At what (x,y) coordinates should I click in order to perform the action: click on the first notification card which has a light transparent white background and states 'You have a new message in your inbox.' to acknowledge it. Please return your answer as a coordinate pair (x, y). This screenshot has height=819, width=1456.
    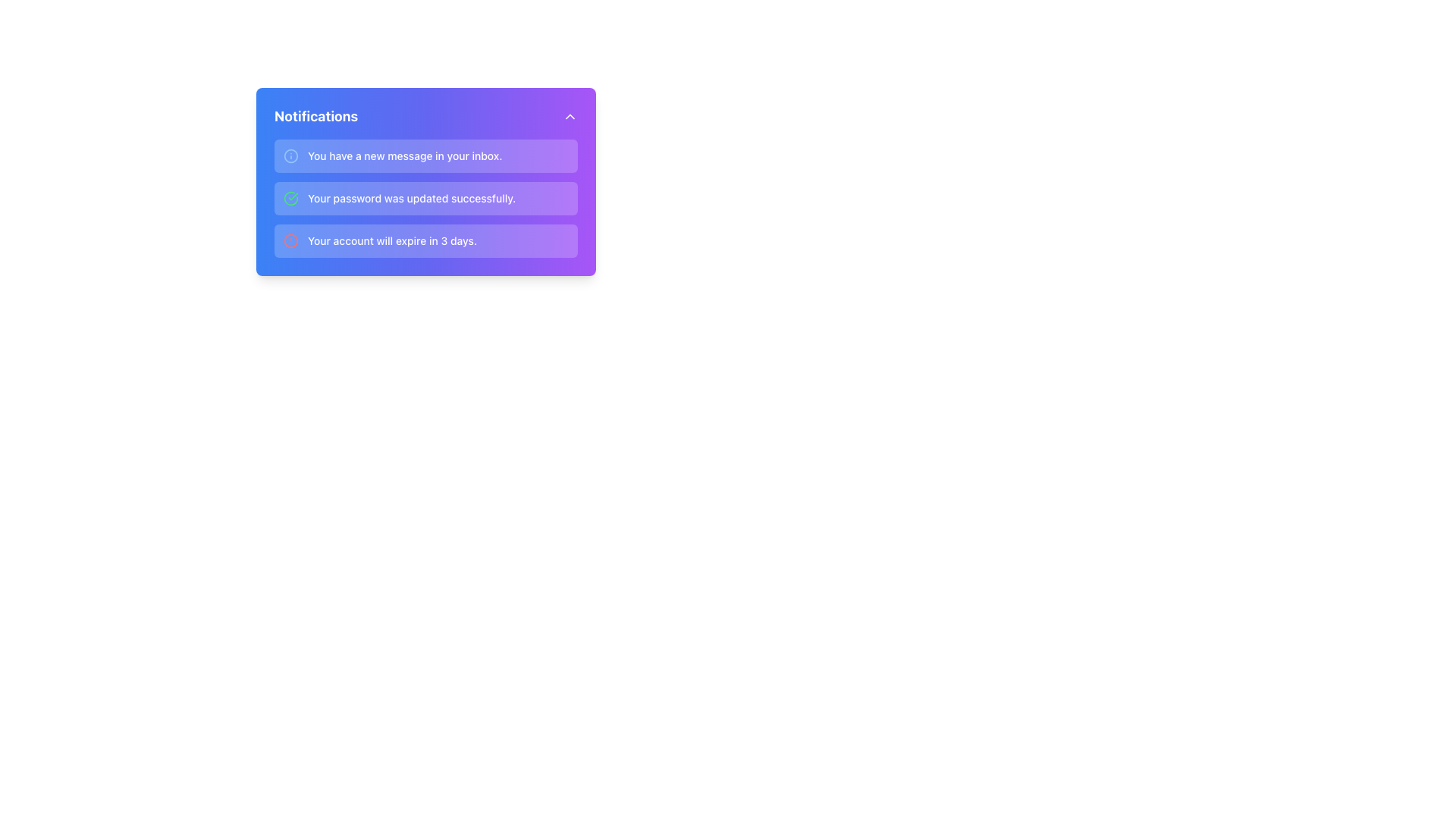
    Looking at the image, I should click on (425, 155).